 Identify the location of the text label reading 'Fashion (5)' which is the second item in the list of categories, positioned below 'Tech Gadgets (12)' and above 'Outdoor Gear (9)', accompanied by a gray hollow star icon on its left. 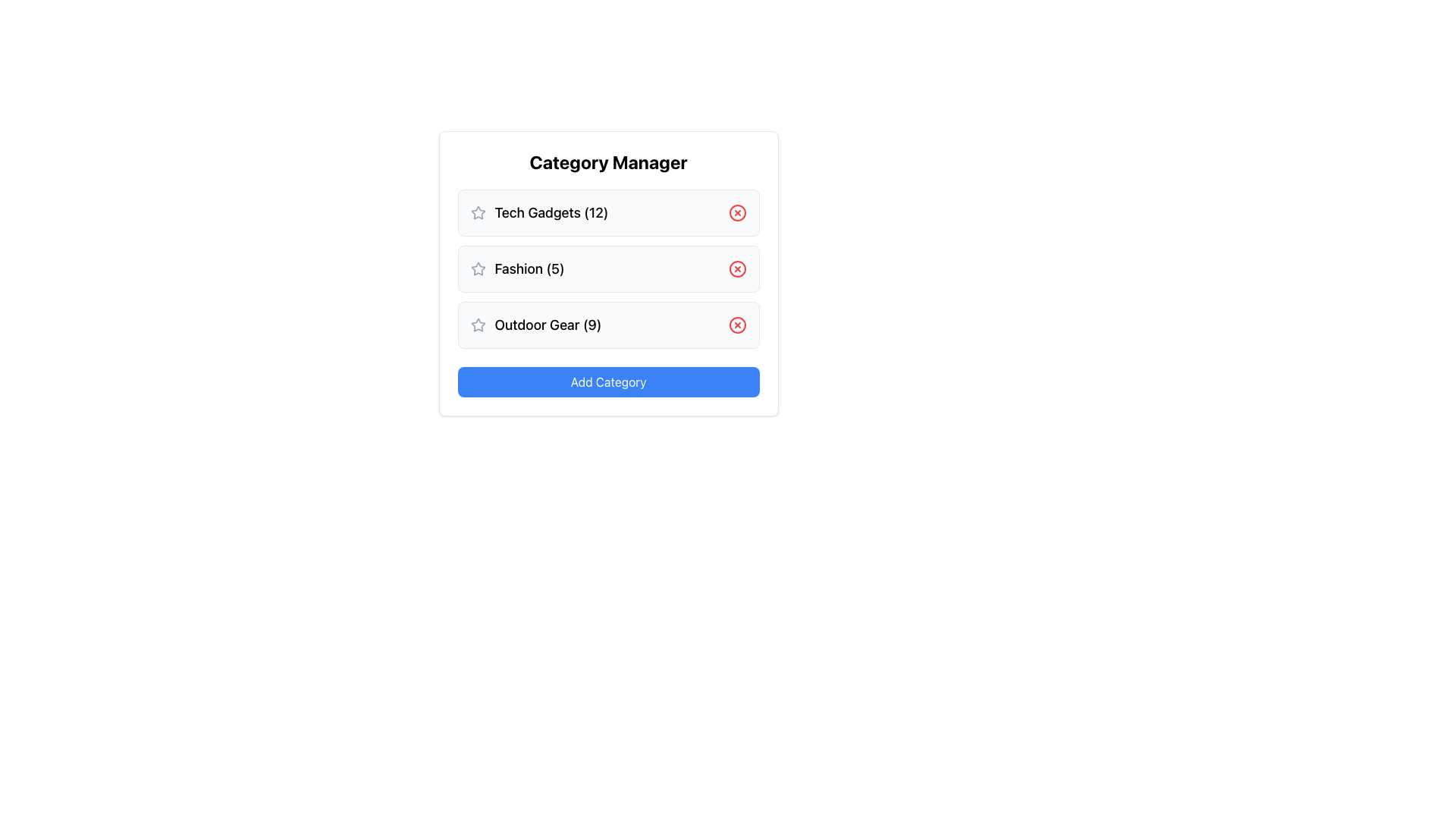
(517, 268).